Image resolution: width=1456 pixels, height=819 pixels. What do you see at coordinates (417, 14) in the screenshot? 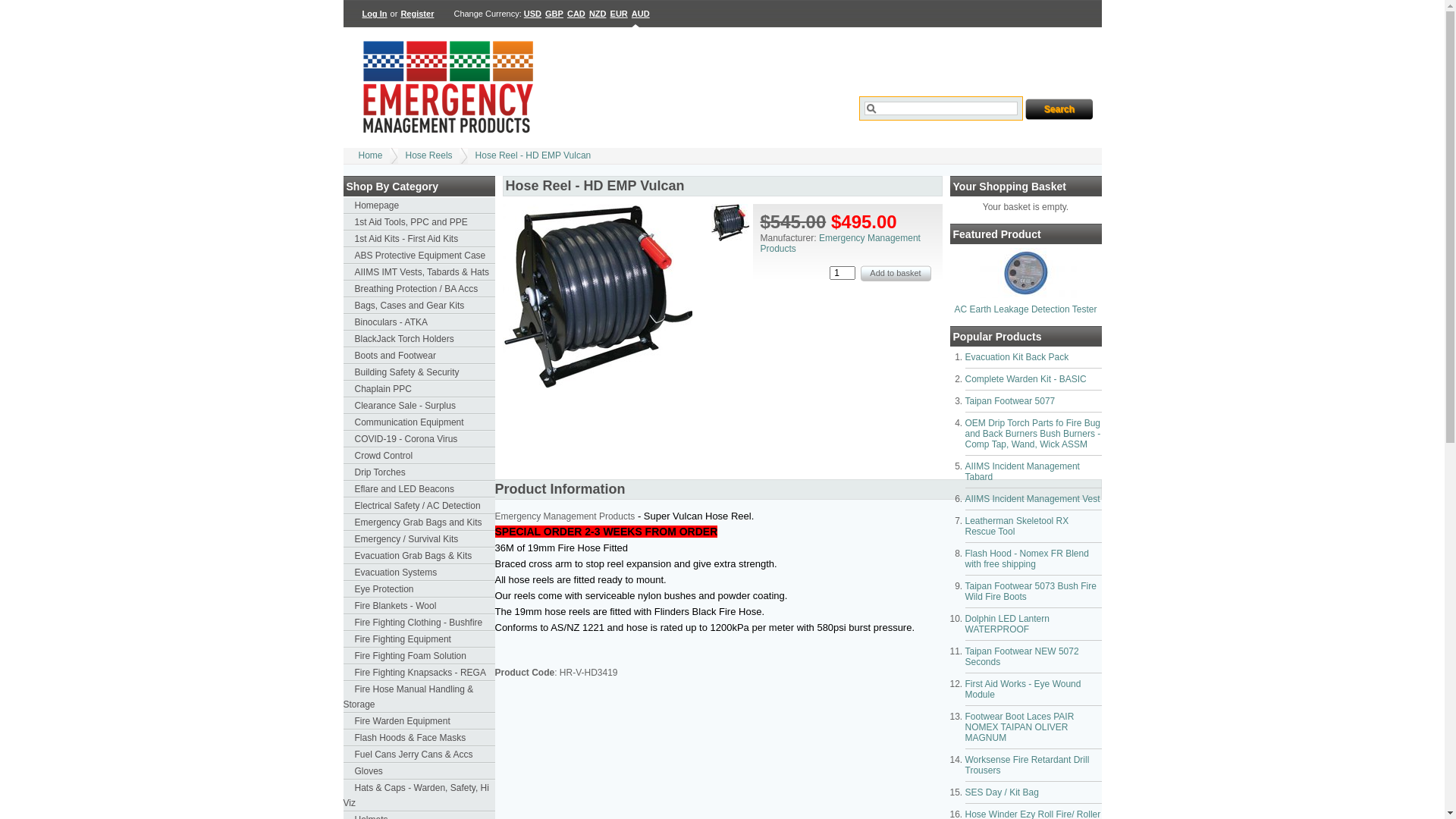
I see `'Register'` at bounding box center [417, 14].